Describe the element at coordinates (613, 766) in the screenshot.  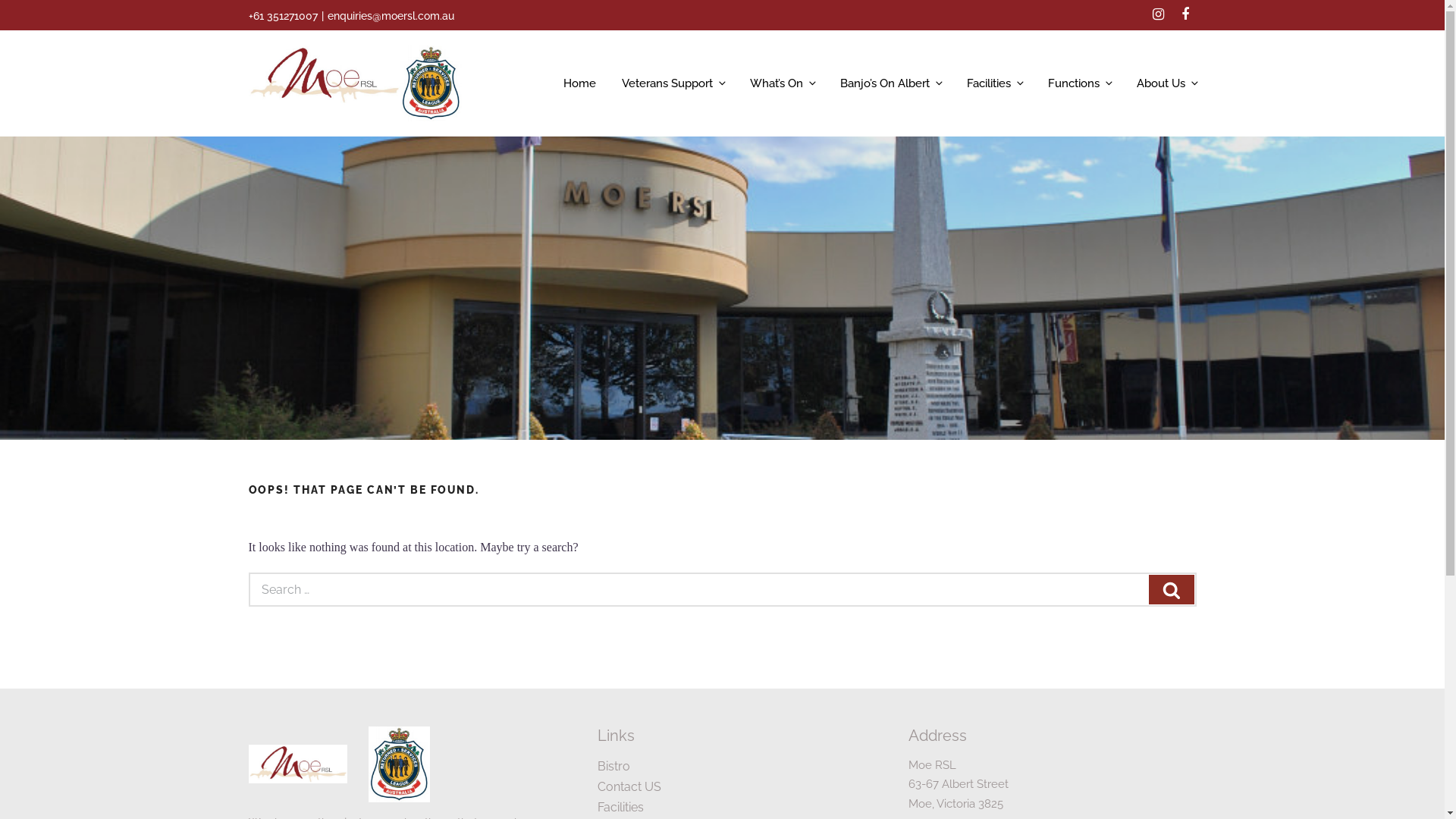
I see `'Bistro'` at that location.